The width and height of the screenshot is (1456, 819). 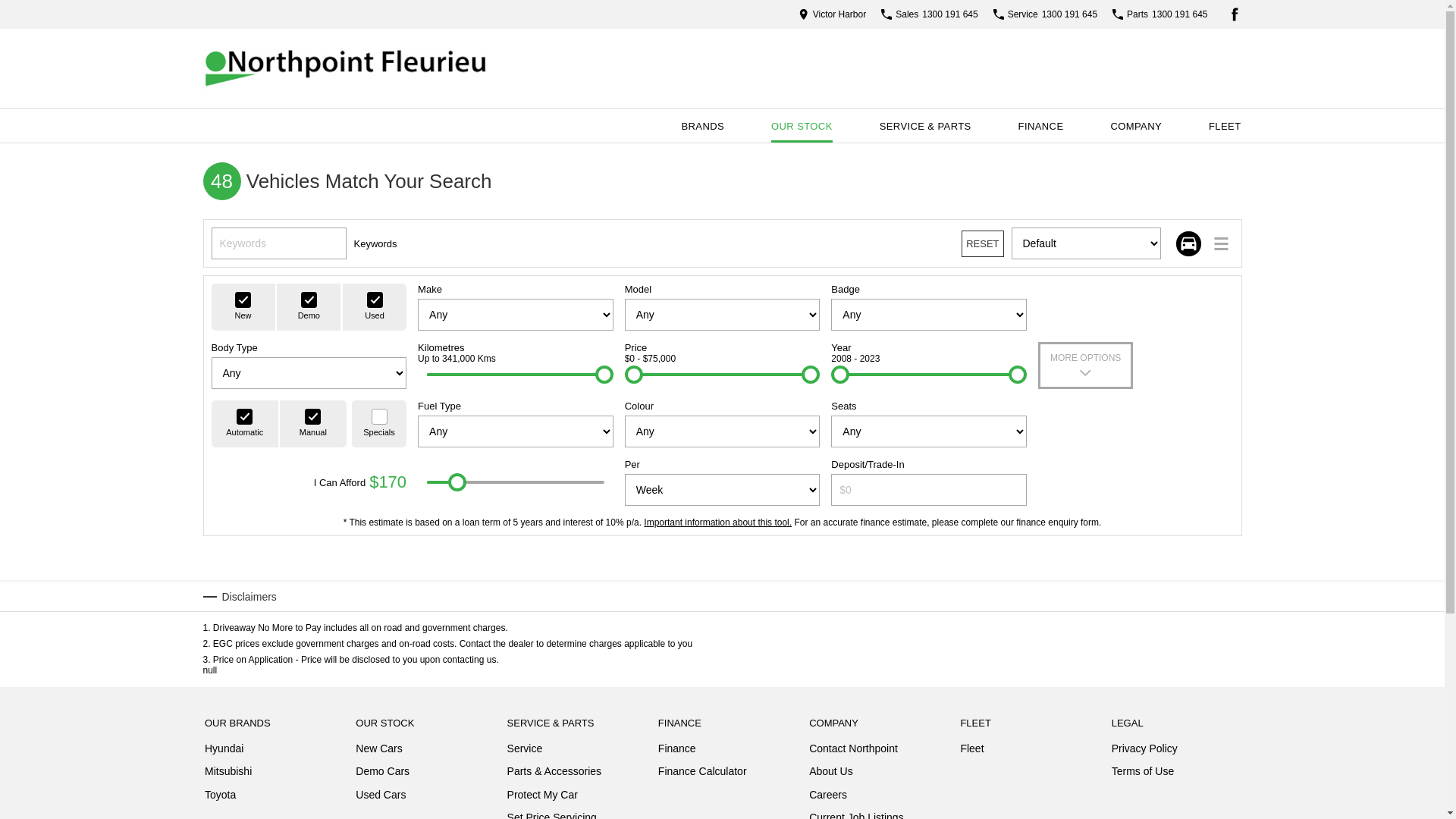 I want to click on 'FLEET', so click(x=1224, y=124).